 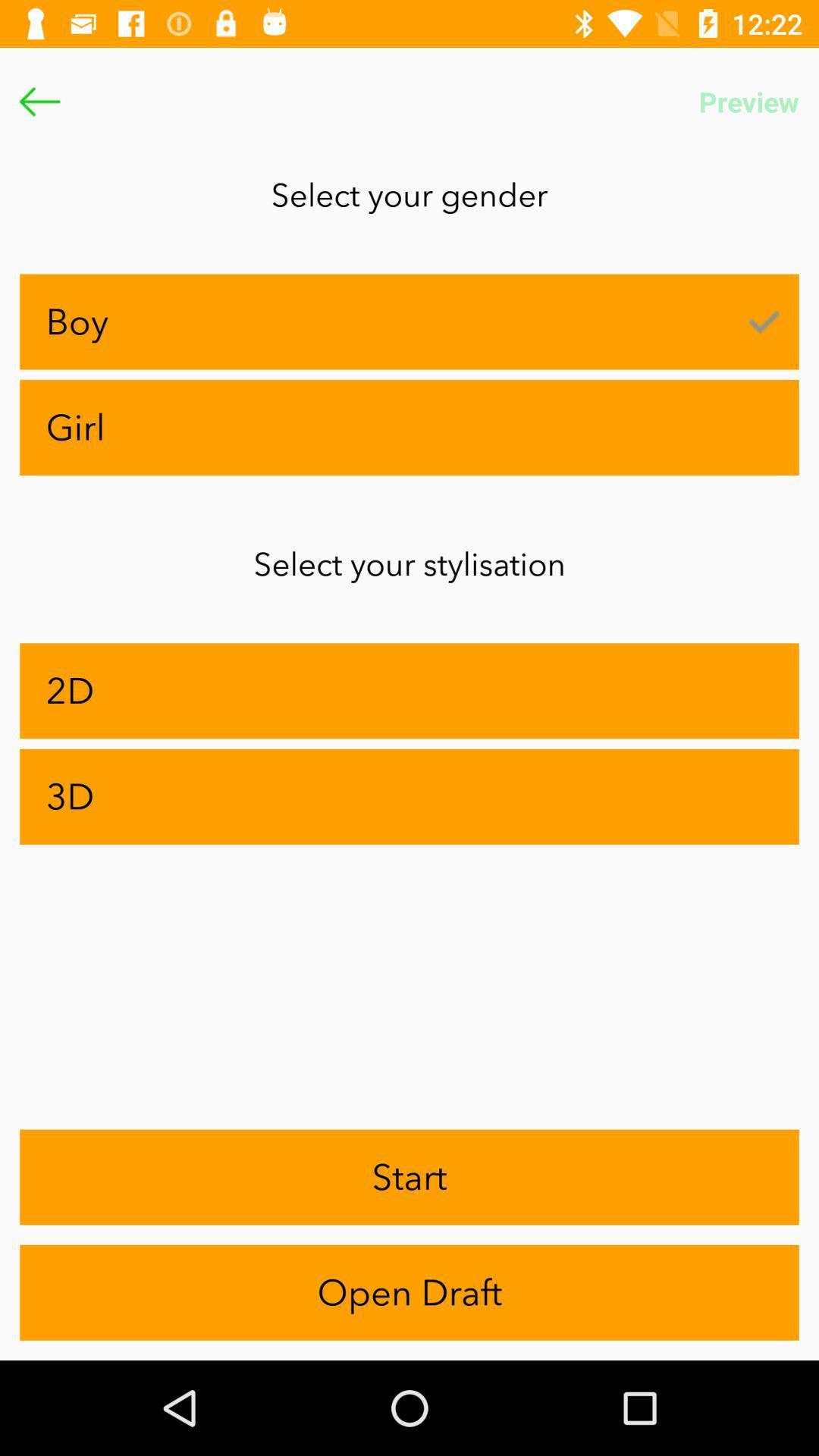 I want to click on item at the top left corner, so click(x=39, y=101).